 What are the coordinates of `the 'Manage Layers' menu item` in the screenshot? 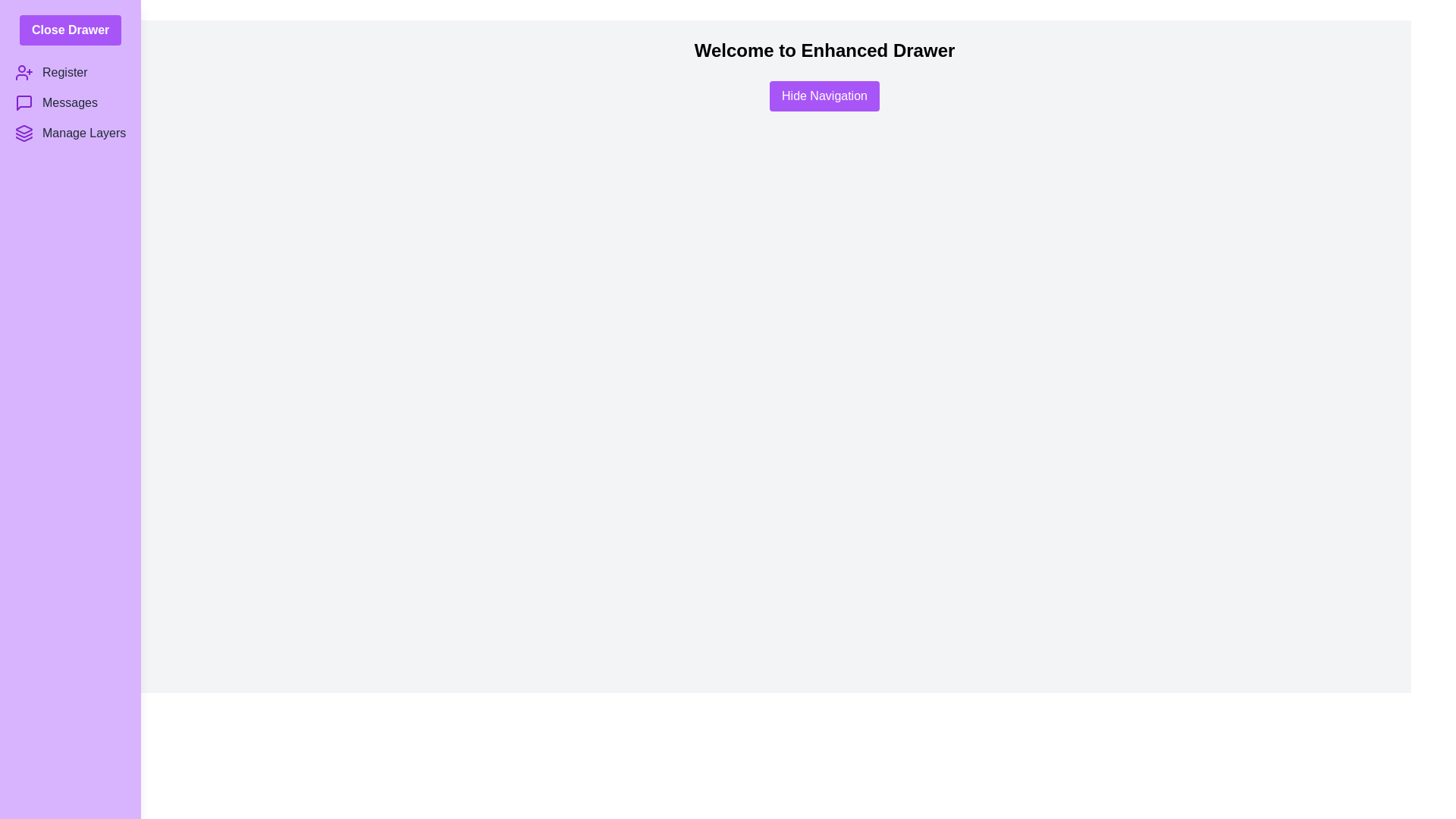 It's located at (69, 133).